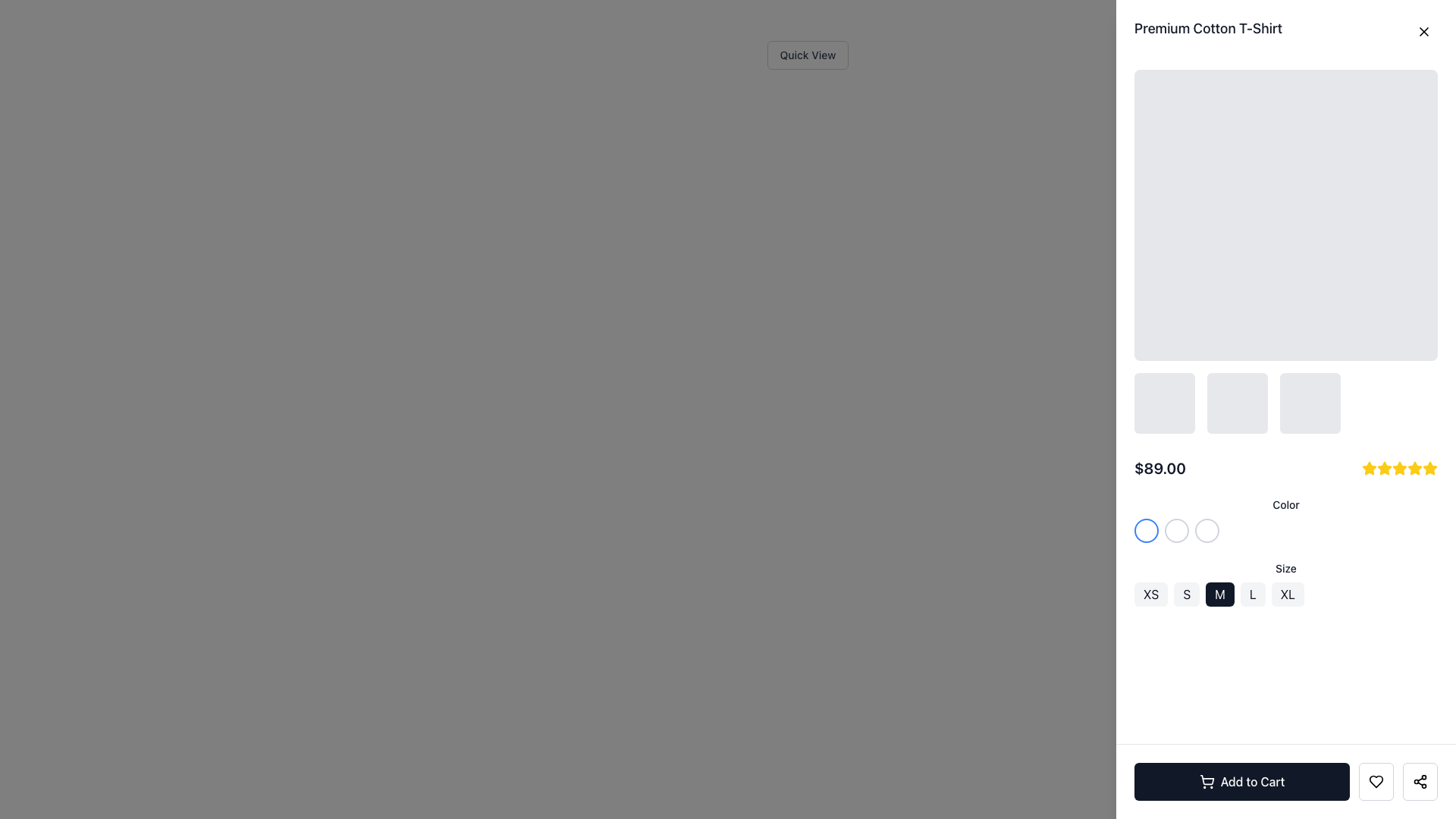 The image size is (1456, 819). What do you see at coordinates (1186, 593) in the screenshot?
I see `the button displaying 'S' in the Size section` at bounding box center [1186, 593].